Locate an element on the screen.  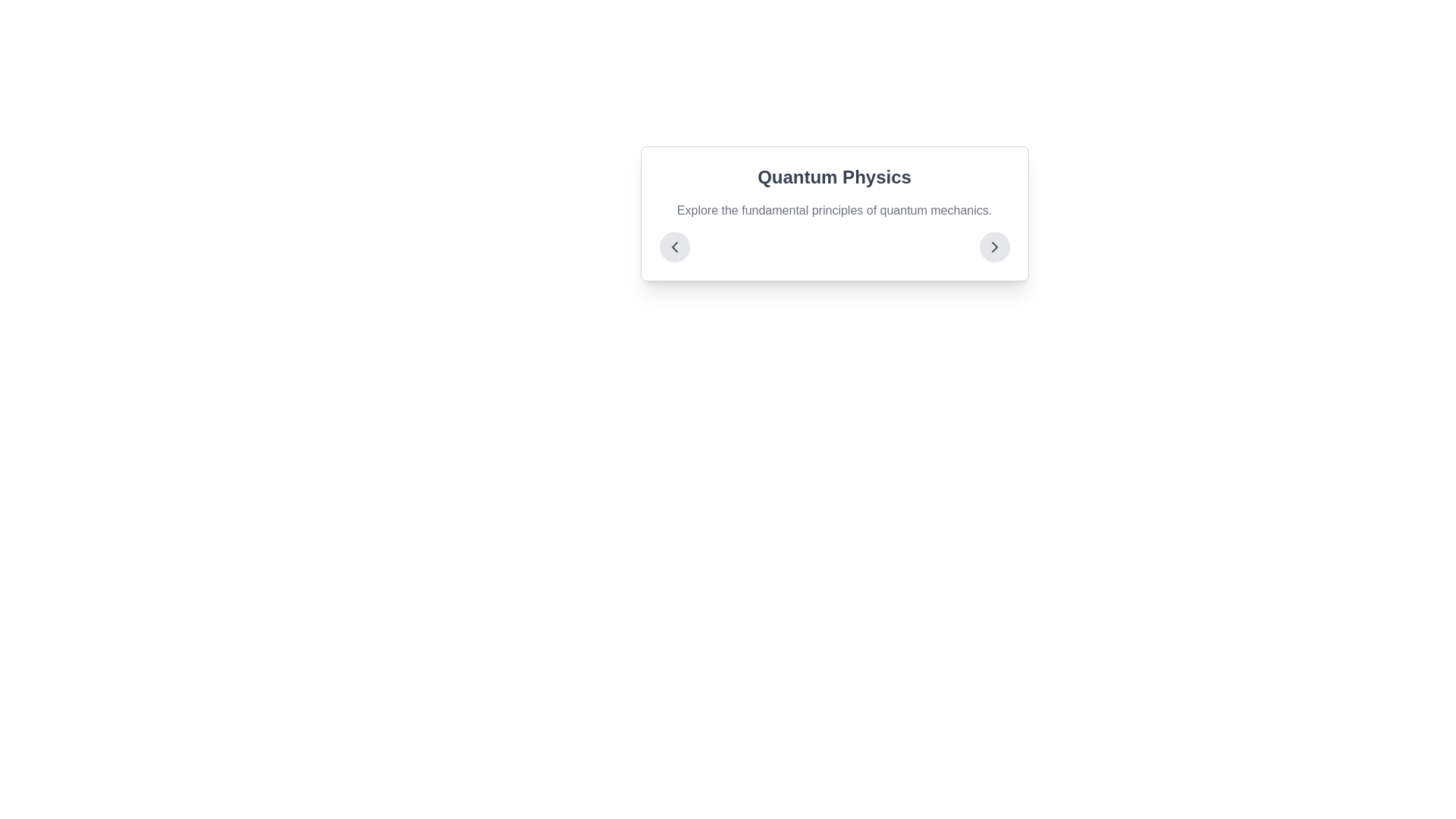
the chevron arrow icon within the circular button located at the bottom-right of the card layout is located at coordinates (994, 246).